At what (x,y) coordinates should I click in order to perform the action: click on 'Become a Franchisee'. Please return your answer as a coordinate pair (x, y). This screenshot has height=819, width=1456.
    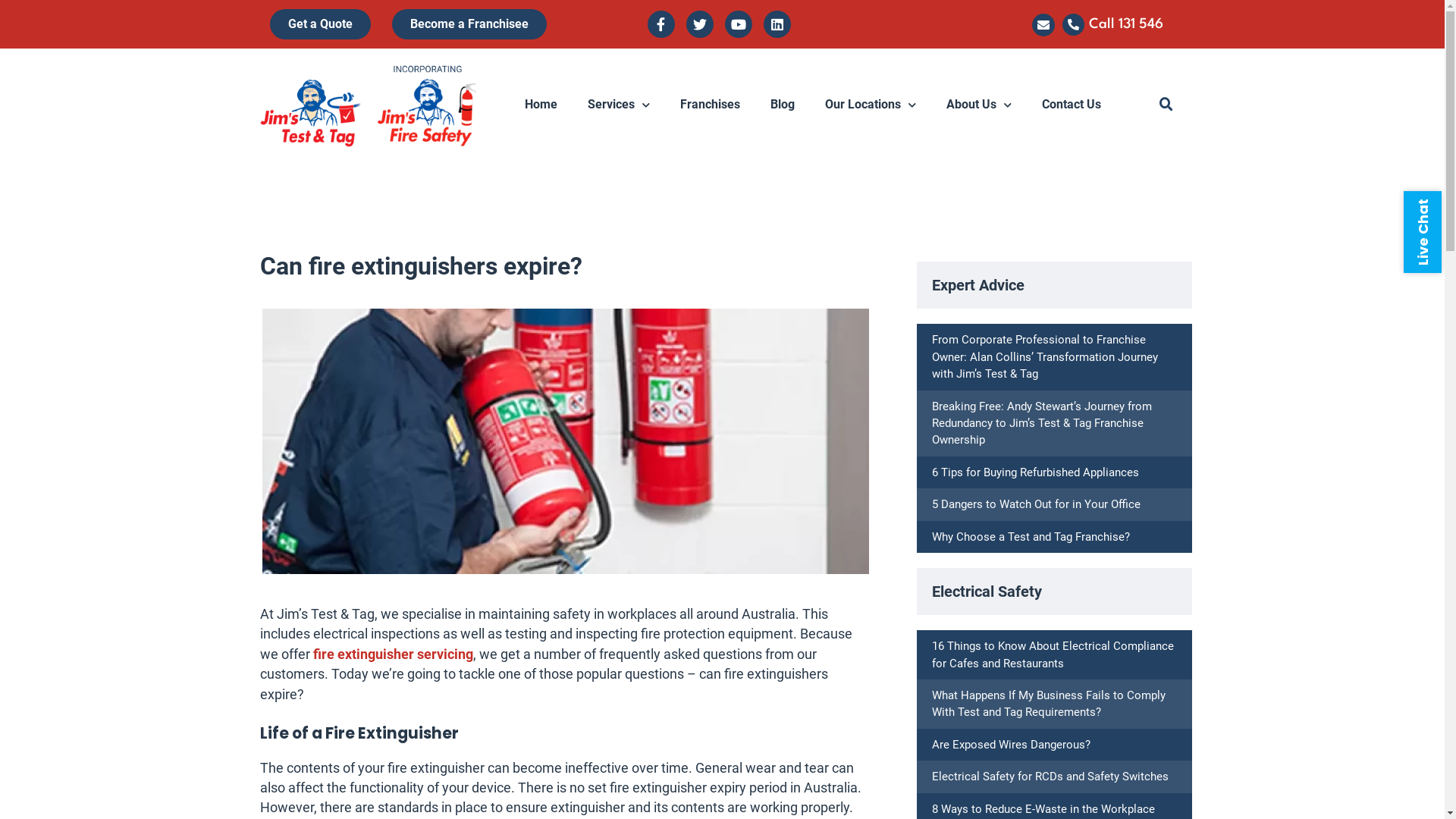
    Looking at the image, I should click on (469, 24).